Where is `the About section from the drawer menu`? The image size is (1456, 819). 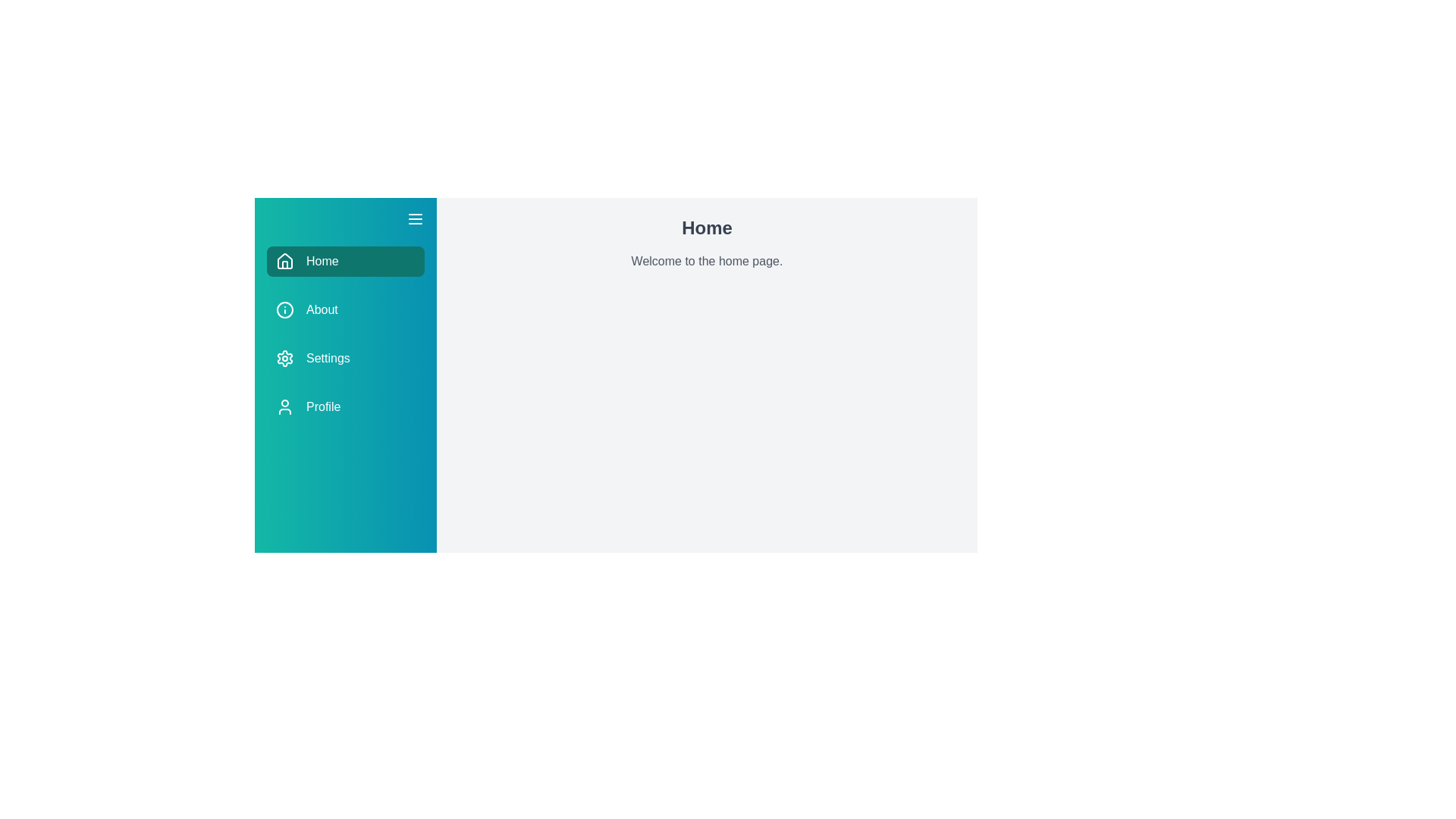
the About section from the drawer menu is located at coordinates (345, 309).